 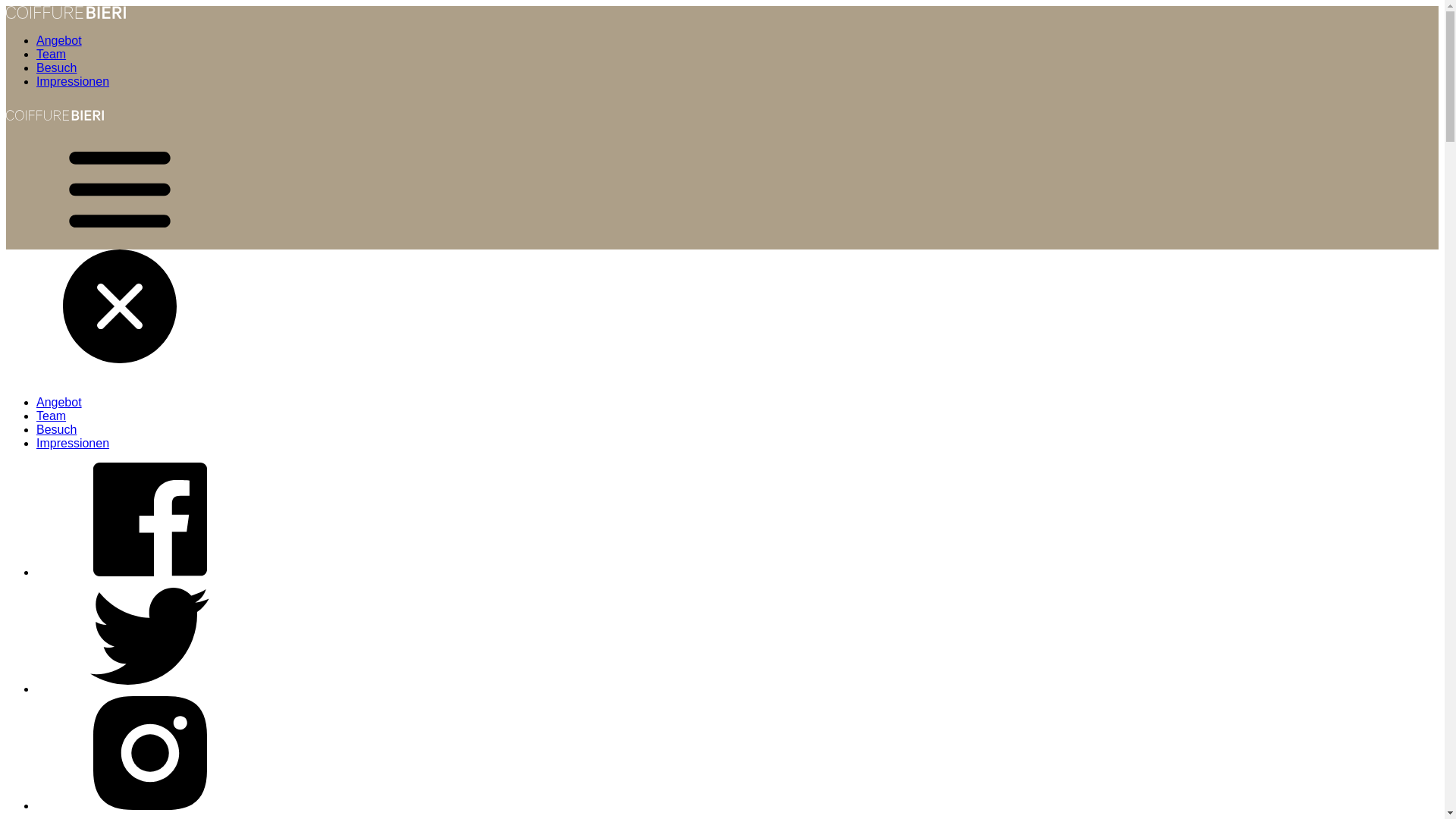 What do you see at coordinates (55, 124) in the screenshot?
I see `'Coiffure Bieri'` at bounding box center [55, 124].